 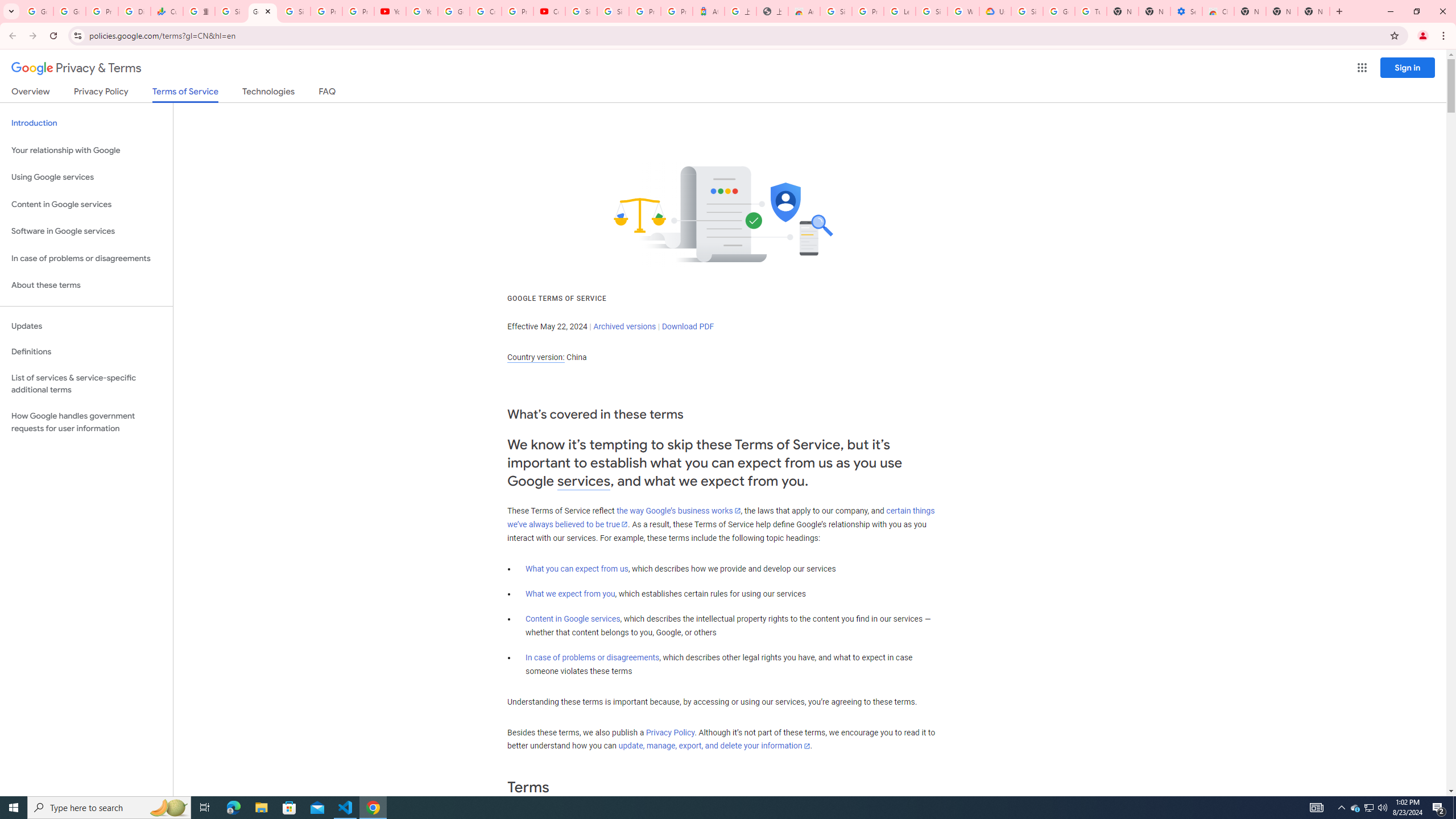 What do you see at coordinates (230, 11) in the screenshot?
I see `'Sign in - Google Accounts'` at bounding box center [230, 11].